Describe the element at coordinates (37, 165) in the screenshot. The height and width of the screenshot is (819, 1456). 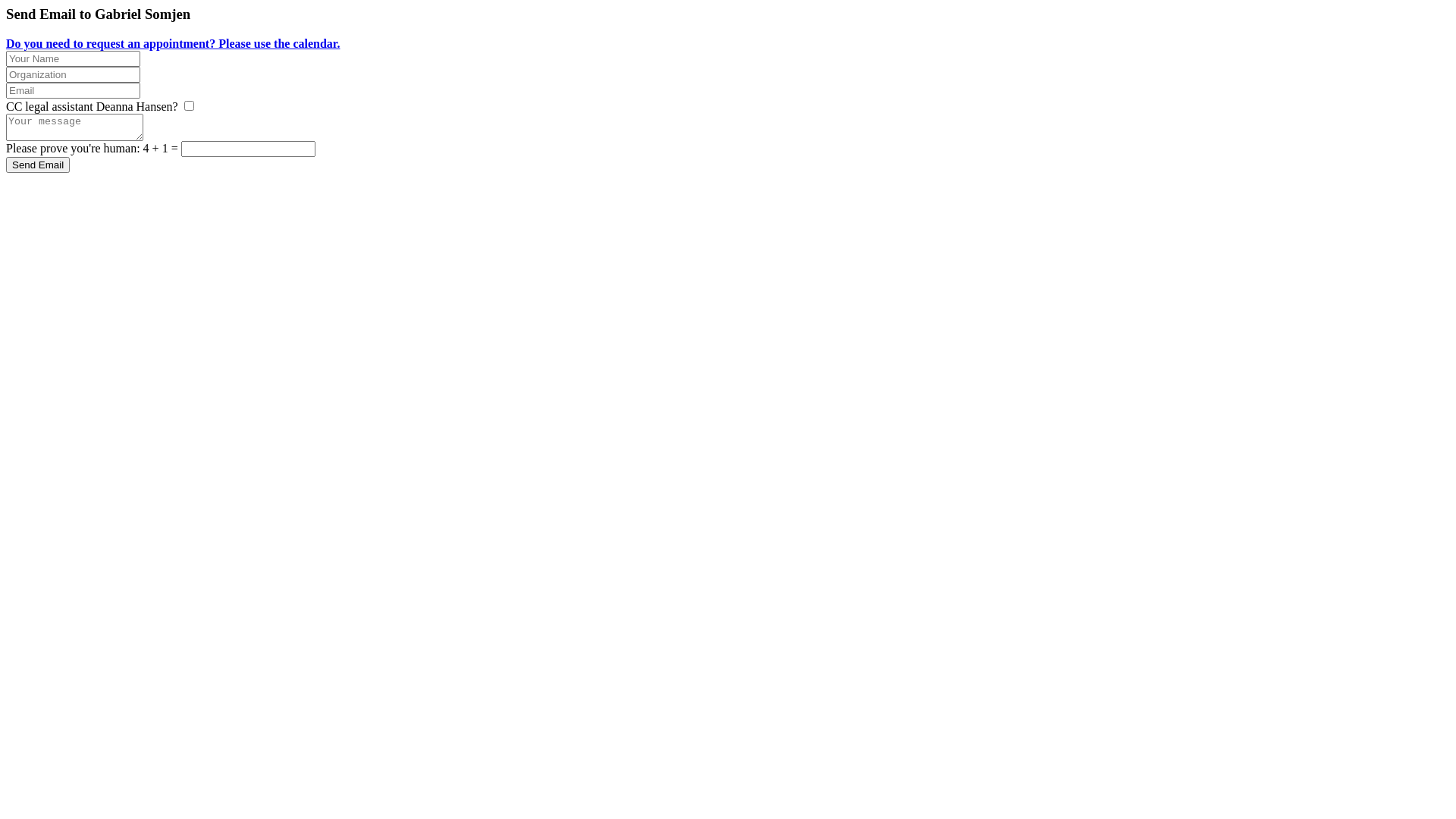
I see `'Send Email'` at that location.